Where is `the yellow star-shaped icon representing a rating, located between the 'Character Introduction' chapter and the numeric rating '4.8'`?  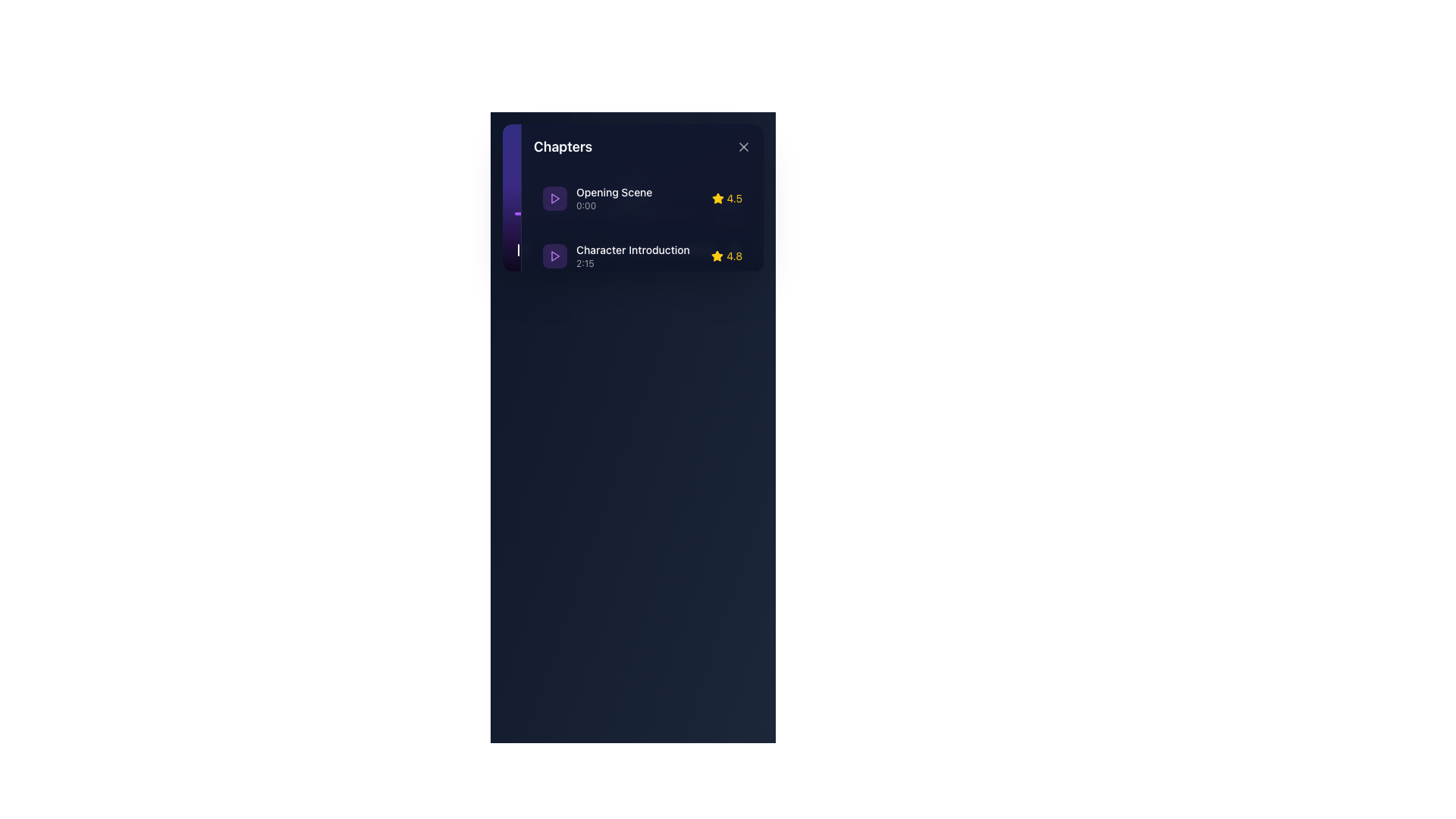 the yellow star-shaped icon representing a rating, located between the 'Character Introduction' chapter and the numeric rating '4.8' is located at coordinates (717, 256).